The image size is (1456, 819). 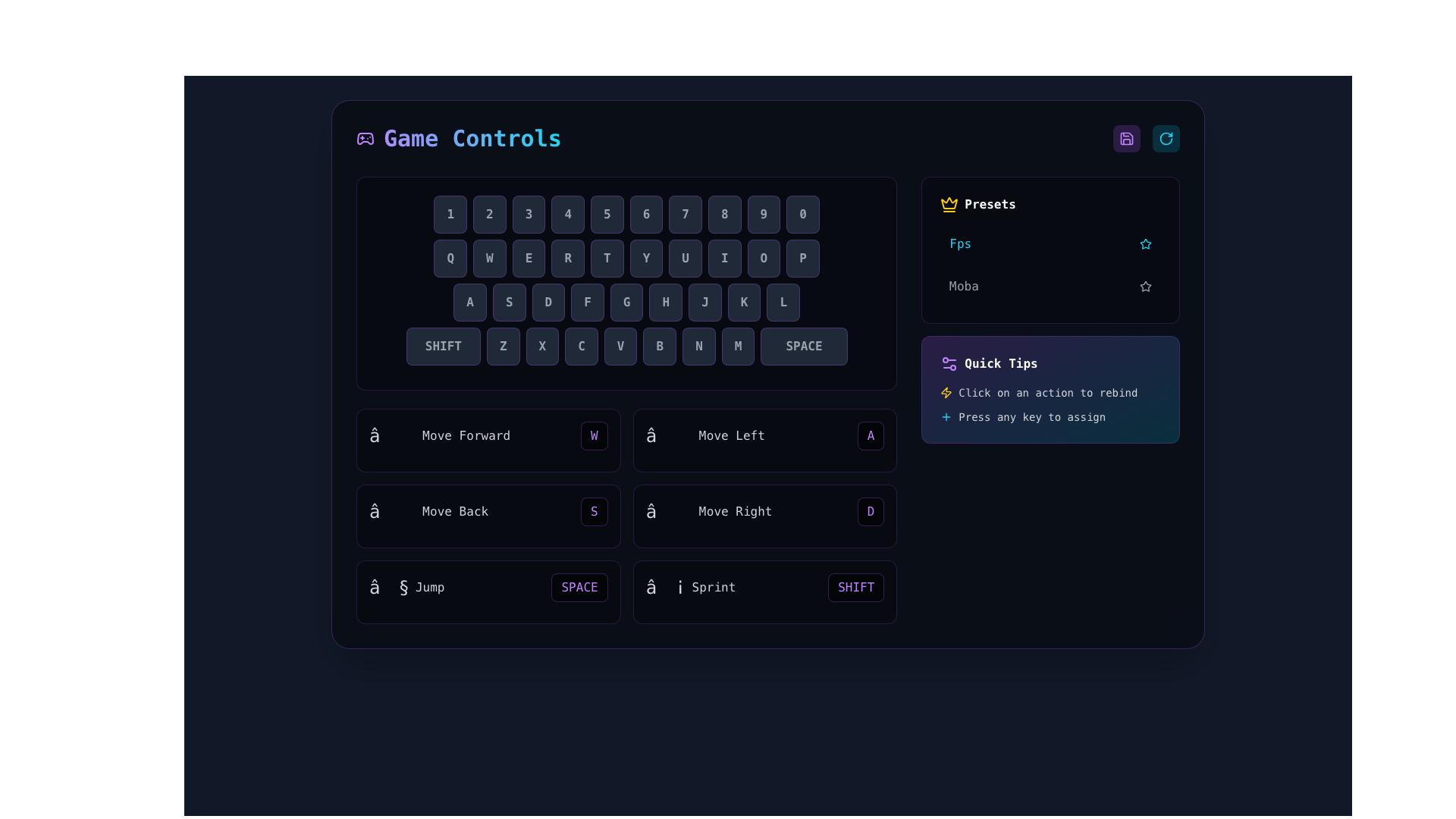 I want to click on the virtual keyboard button 'Q', which is located at the leftmost position in the second row of the keyboard layout, so click(x=450, y=257).